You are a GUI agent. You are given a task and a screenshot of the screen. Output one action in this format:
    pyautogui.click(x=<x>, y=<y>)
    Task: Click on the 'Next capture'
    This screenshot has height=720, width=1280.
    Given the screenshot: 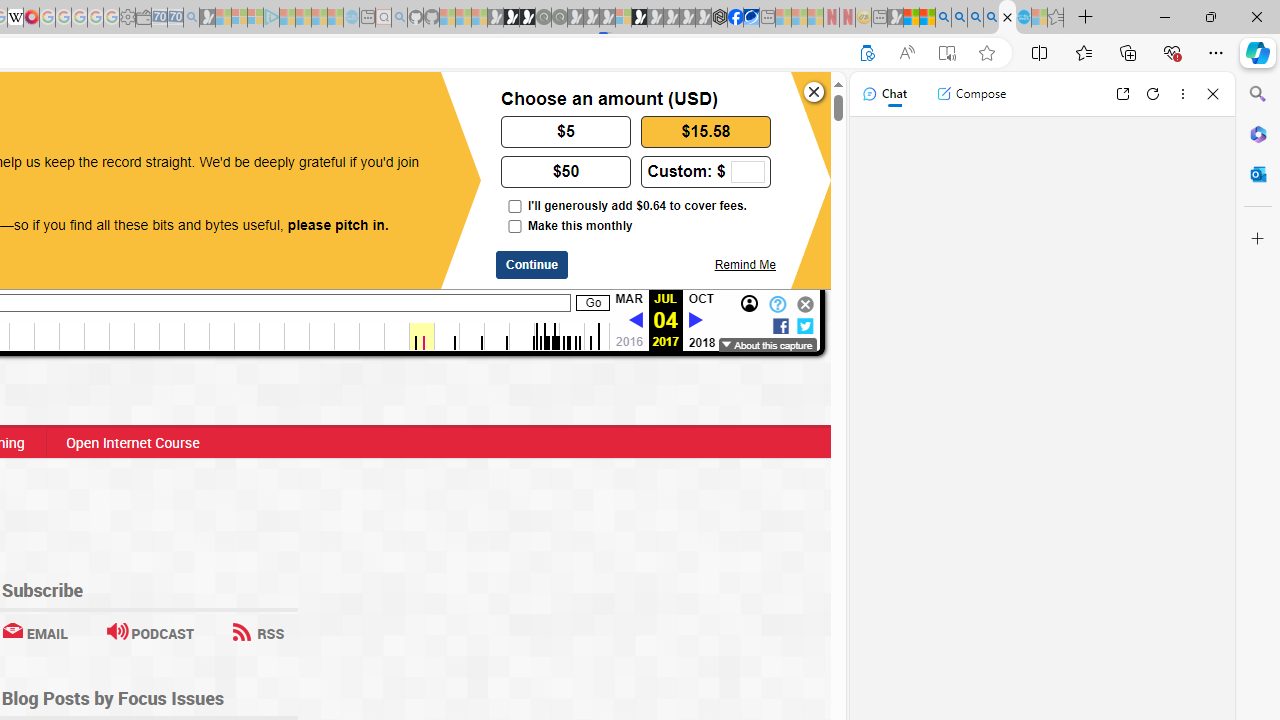 What is the action you would take?
    pyautogui.click(x=695, y=318)
    